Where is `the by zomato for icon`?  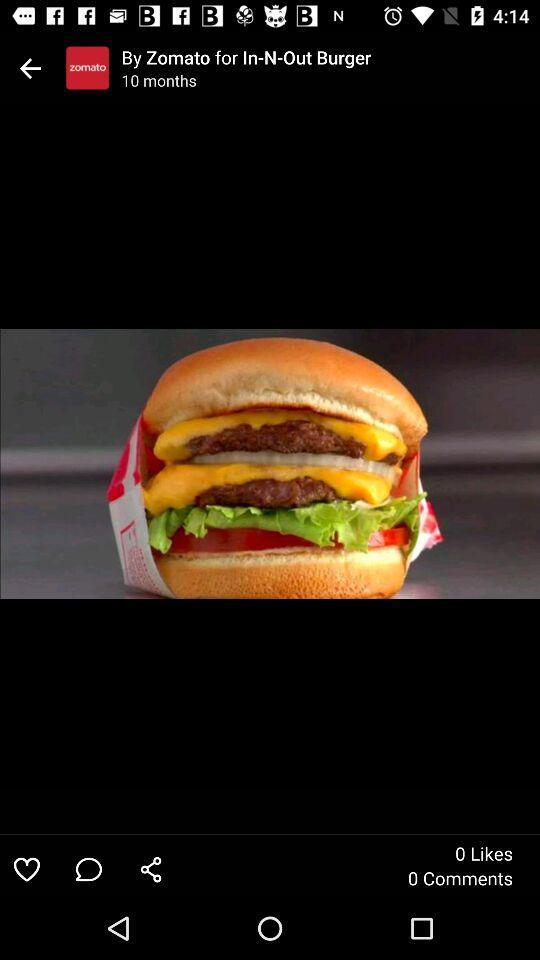
the by zomato for icon is located at coordinates (330, 56).